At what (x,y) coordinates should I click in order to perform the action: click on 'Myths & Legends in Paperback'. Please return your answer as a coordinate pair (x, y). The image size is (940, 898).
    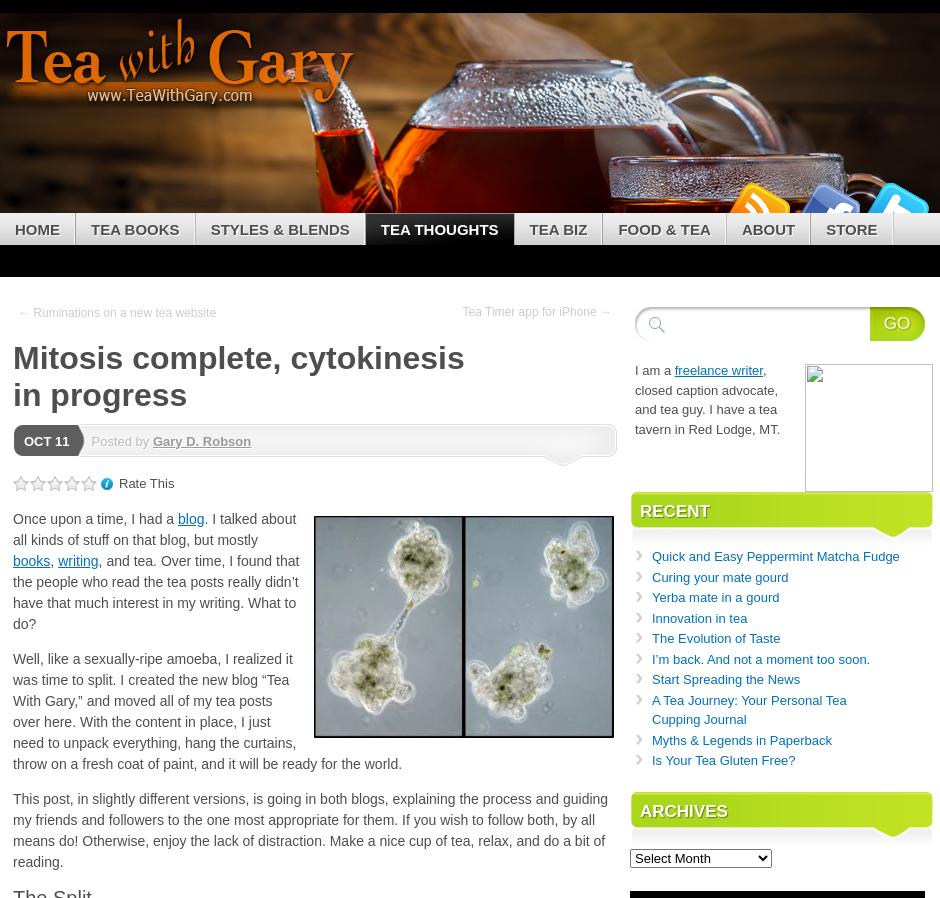
    Looking at the image, I should click on (741, 739).